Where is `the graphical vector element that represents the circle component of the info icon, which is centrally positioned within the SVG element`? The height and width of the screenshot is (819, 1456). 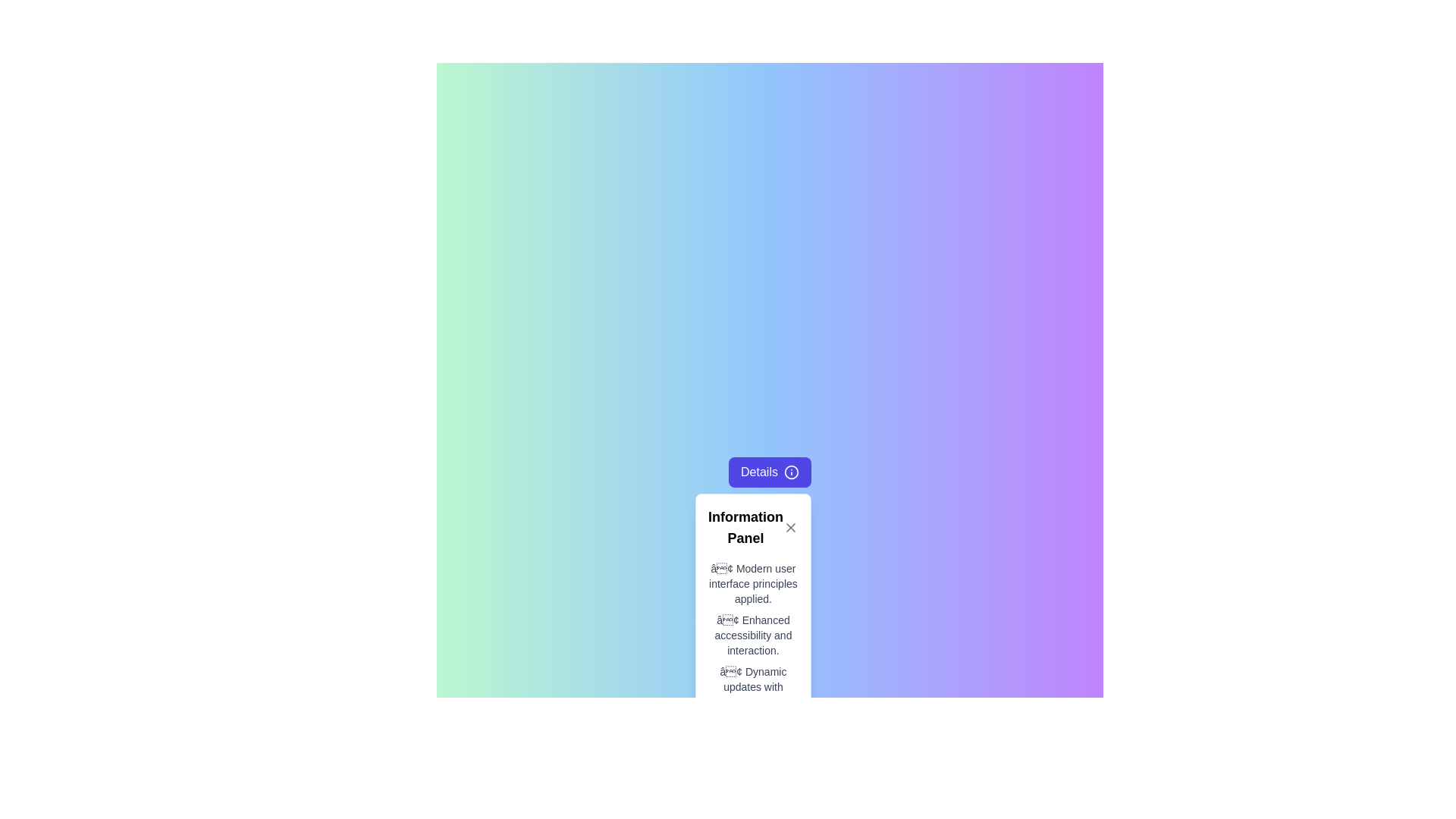 the graphical vector element that represents the circle component of the info icon, which is centrally positioned within the SVG element is located at coordinates (790, 472).